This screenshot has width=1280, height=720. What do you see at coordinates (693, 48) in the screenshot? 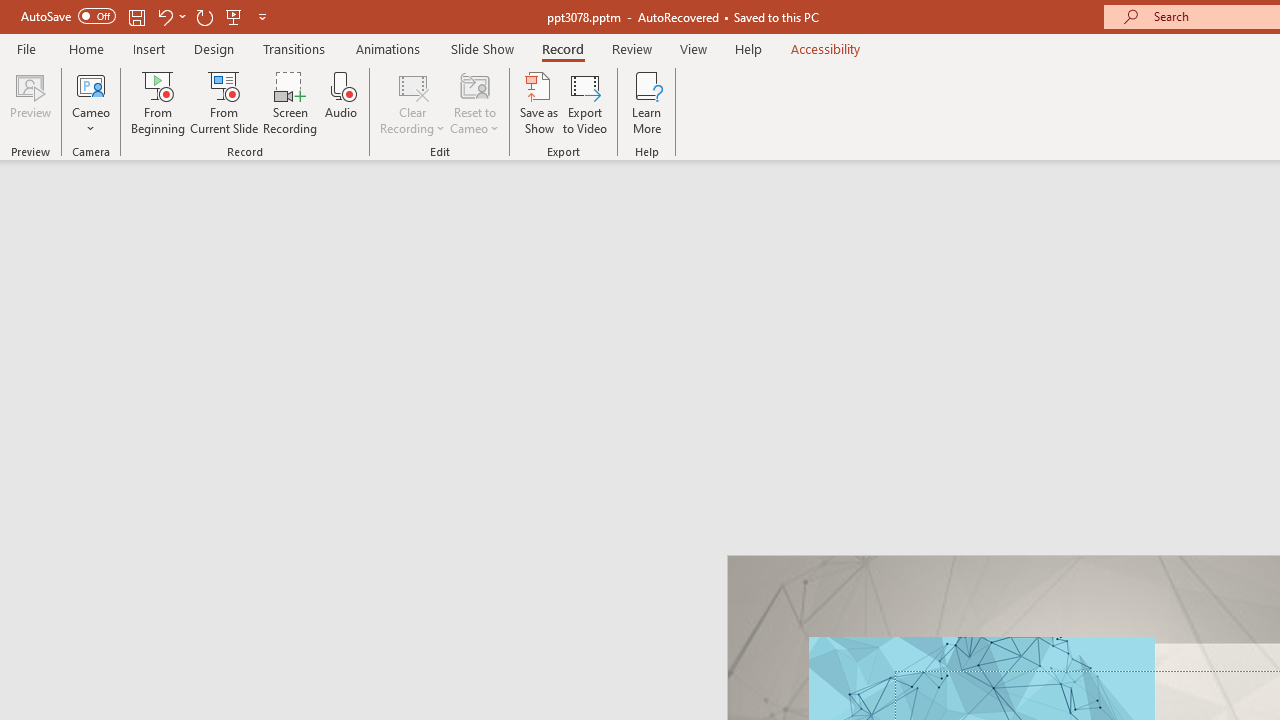
I see `'View'` at bounding box center [693, 48].